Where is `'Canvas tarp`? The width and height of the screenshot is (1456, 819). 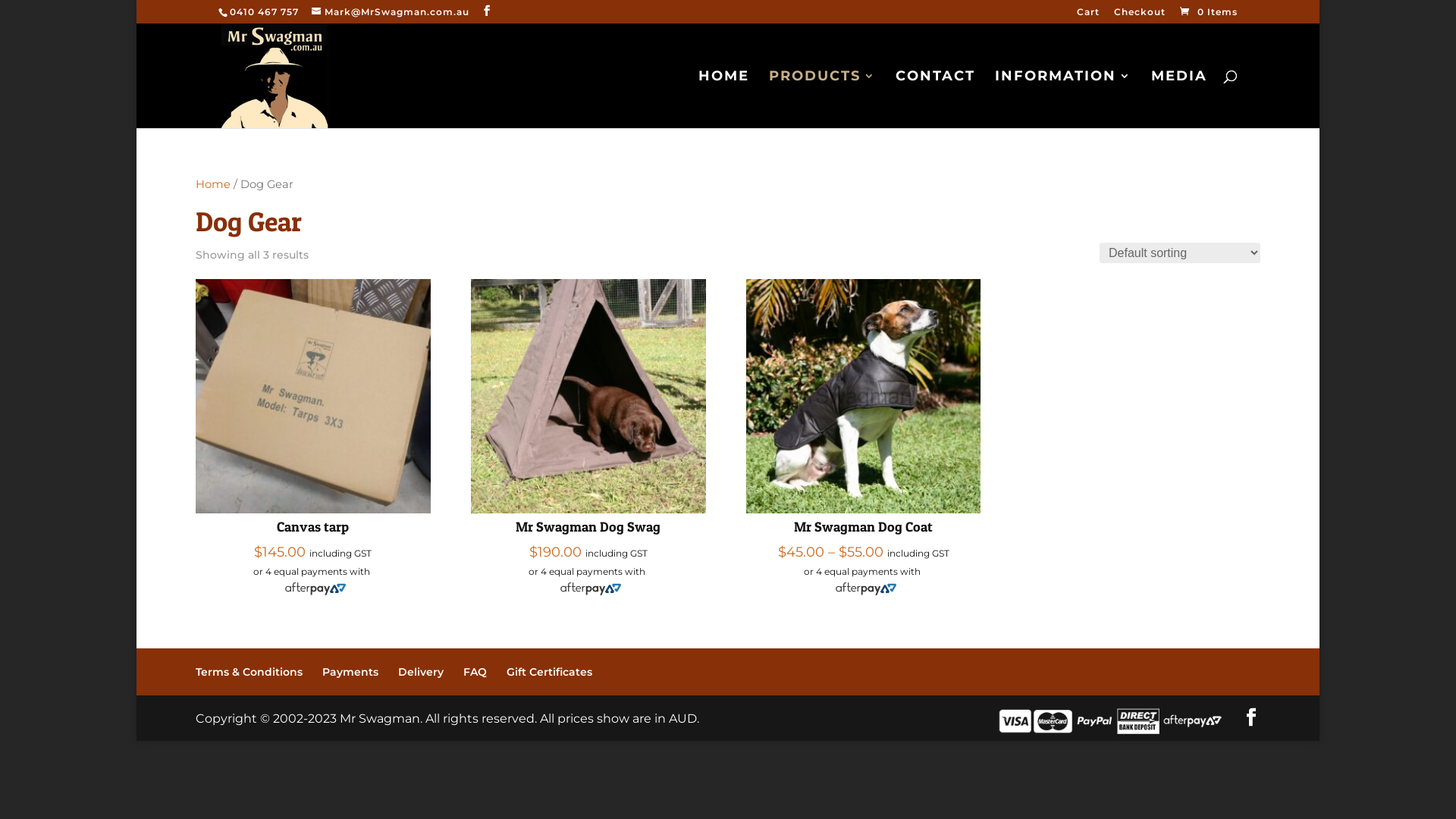 'Canvas tarp is located at coordinates (312, 435).